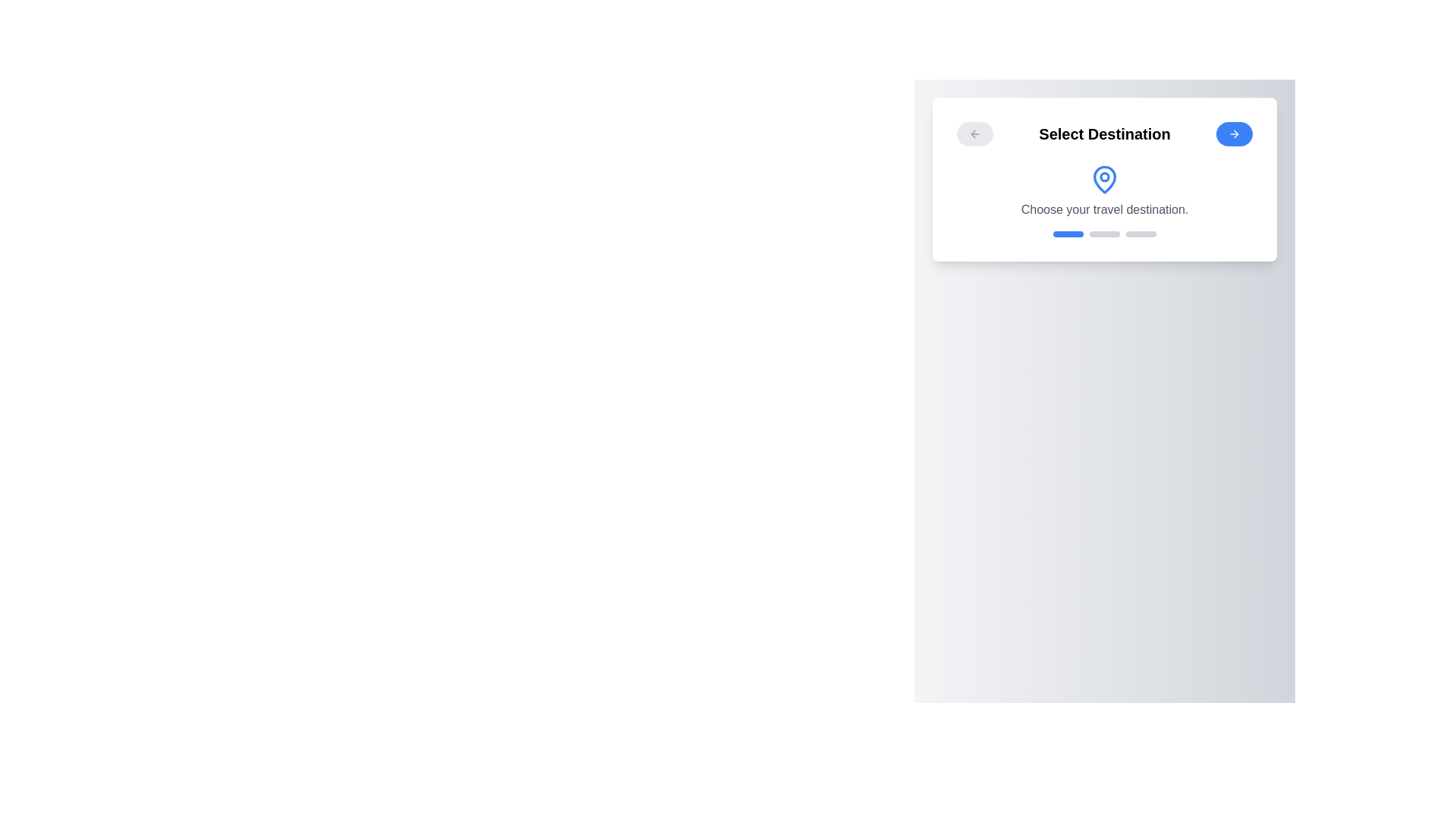 This screenshot has width=1456, height=819. Describe the element at coordinates (1141, 234) in the screenshot. I see `the state of the third progress indicator located at the bottom of the card titled 'Select Destination'` at that location.